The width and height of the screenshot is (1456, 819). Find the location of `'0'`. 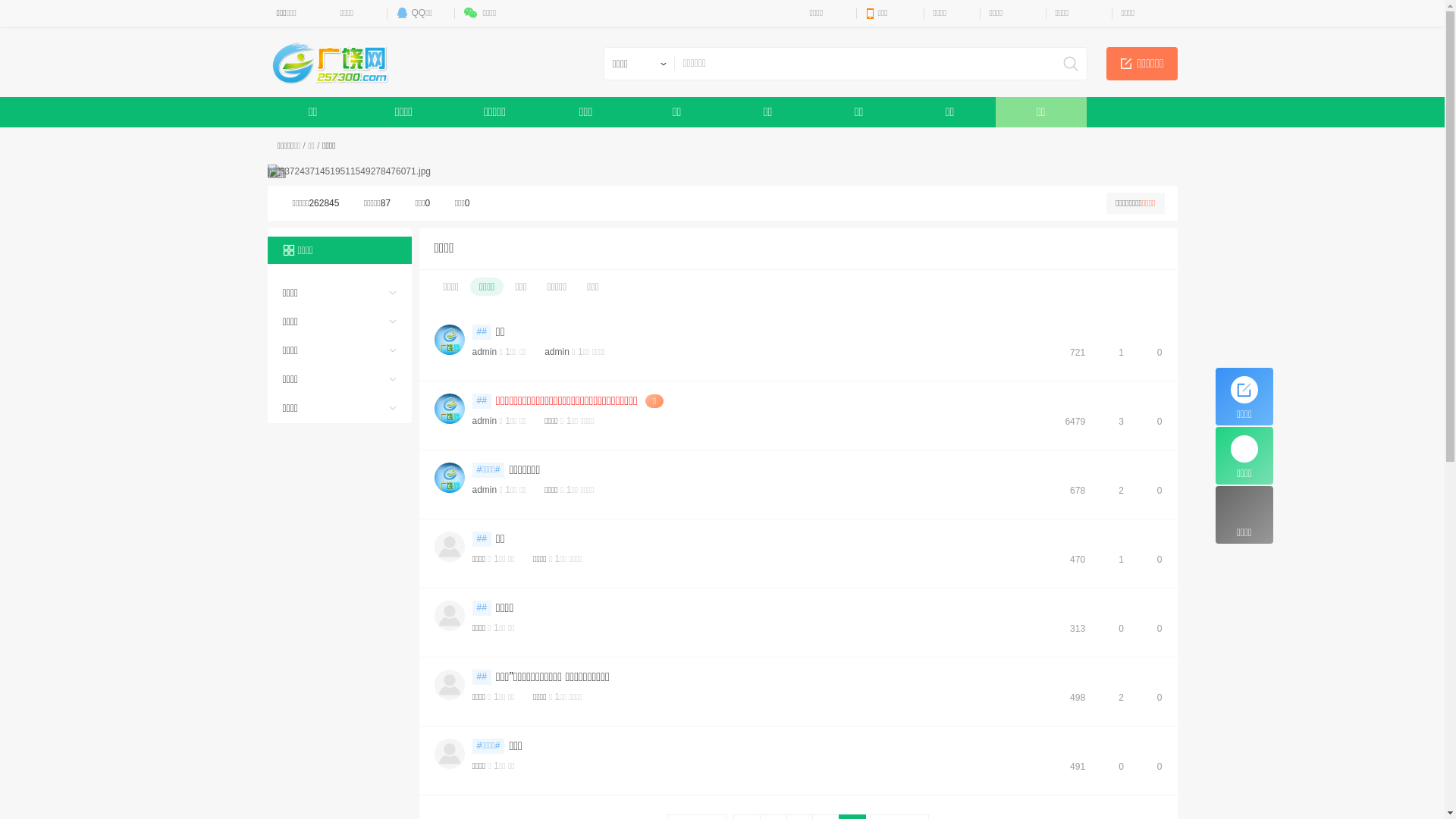

'0' is located at coordinates (1143, 698).